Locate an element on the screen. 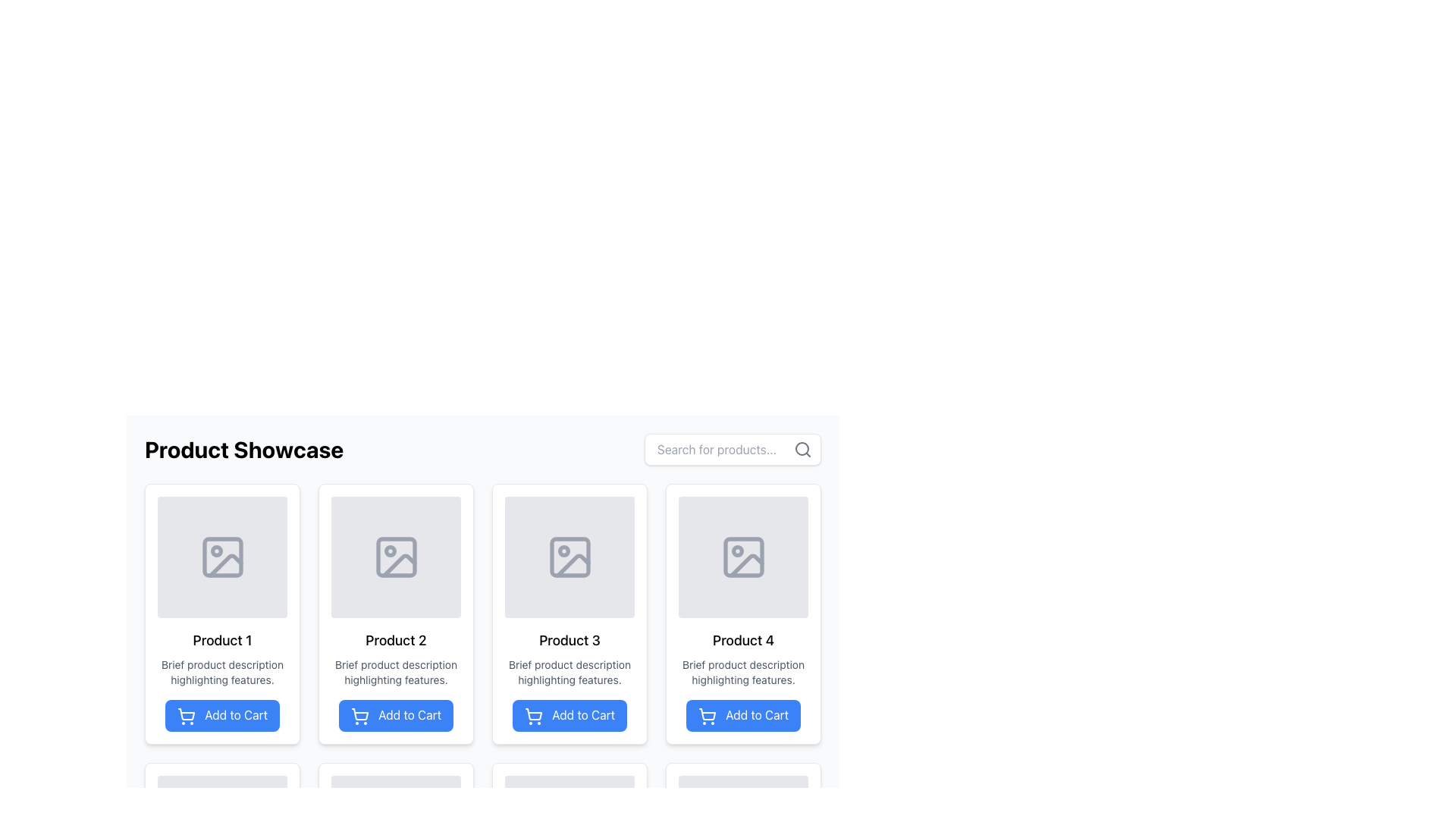 This screenshot has width=1456, height=819. the text element displaying 'Brief product description highlighting features.' which is located in the fourth product card beneath the 'Product 4' title is located at coordinates (743, 672).